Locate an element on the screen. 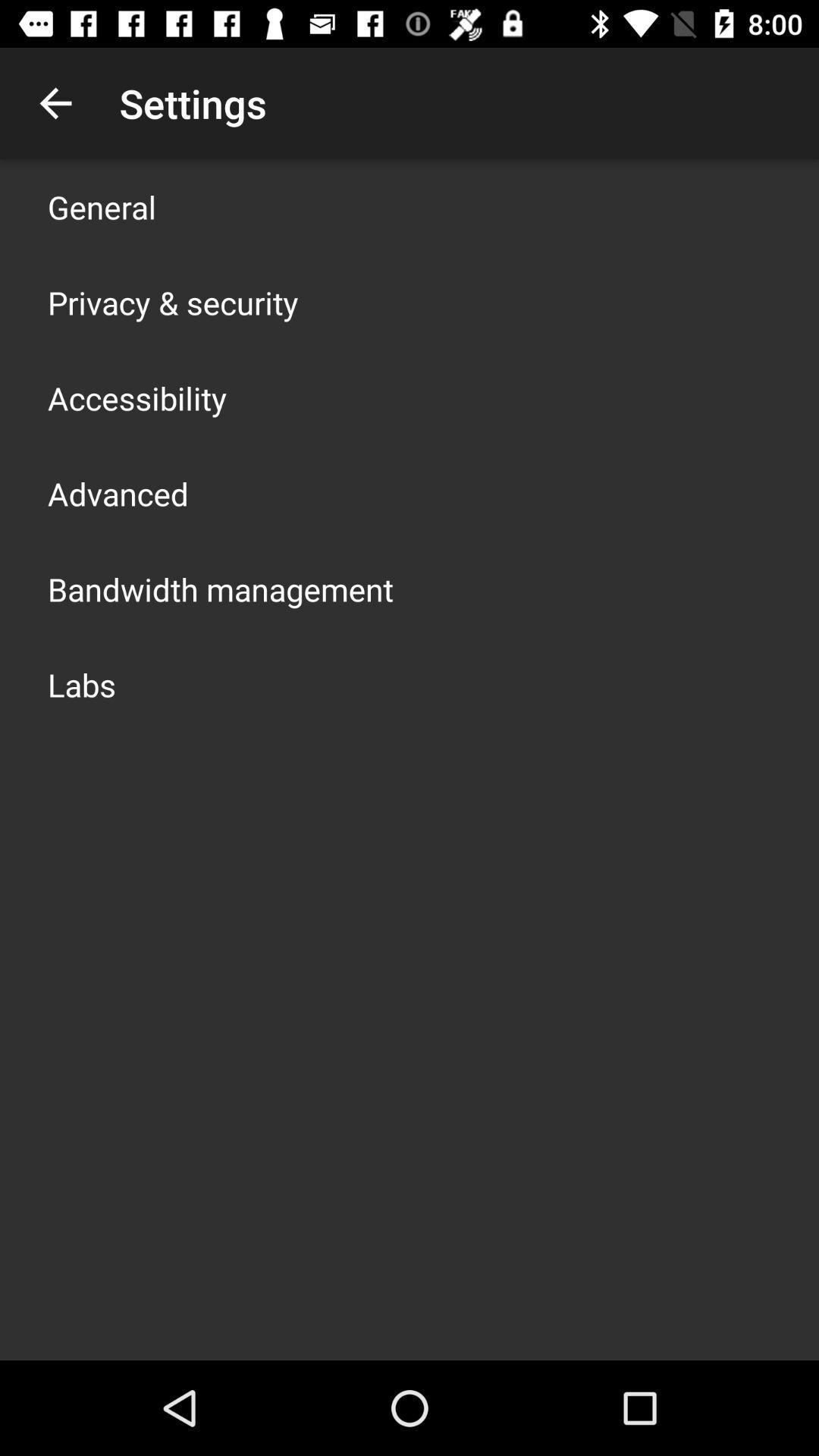  the item above general icon is located at coordinates (55, 102).